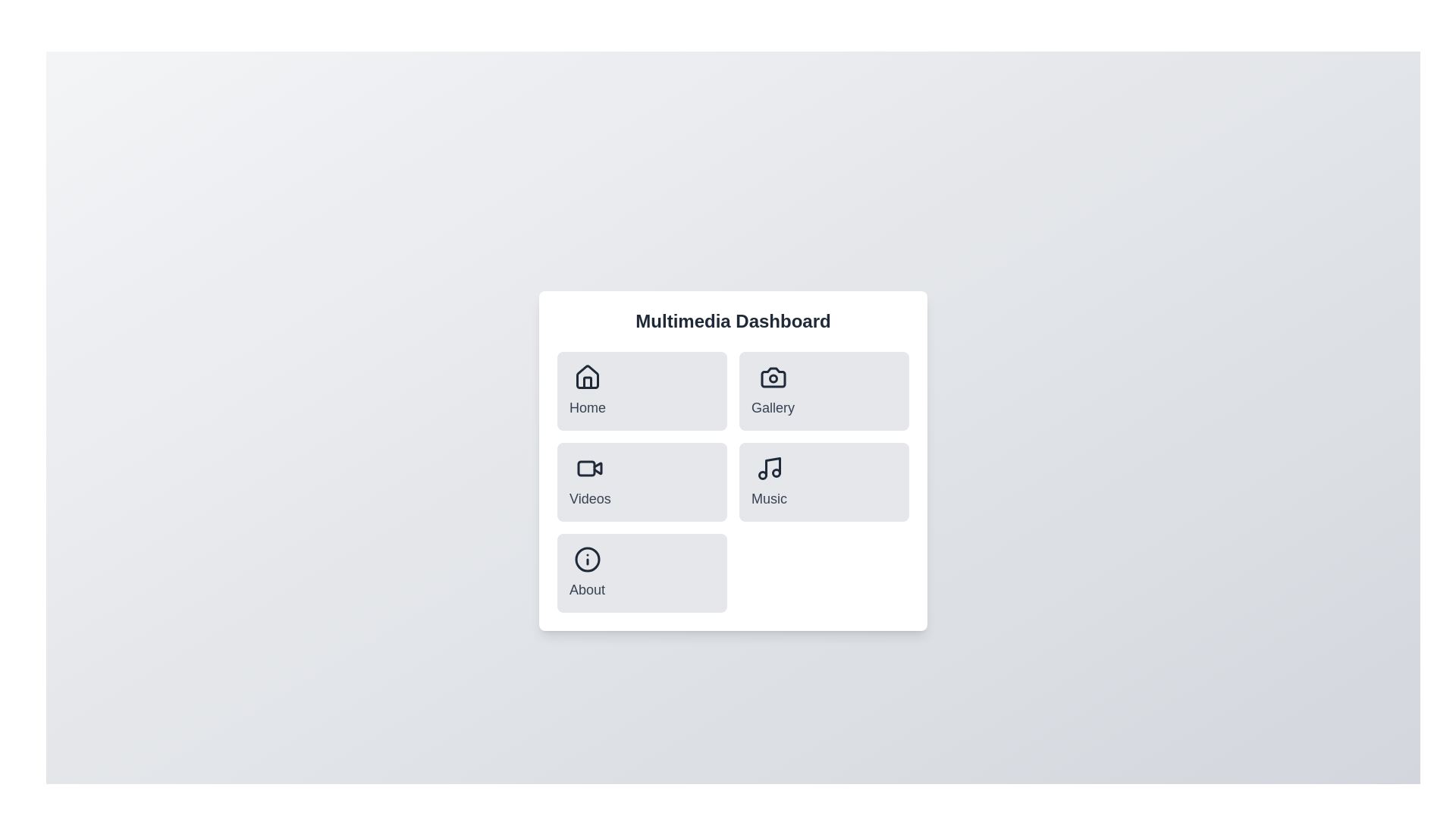 This screenshot has height=819, width=1456. Describe the element at coordinates (768, 482) in the screenshot. I see `the menu item labeled Music to display its description` at that location.